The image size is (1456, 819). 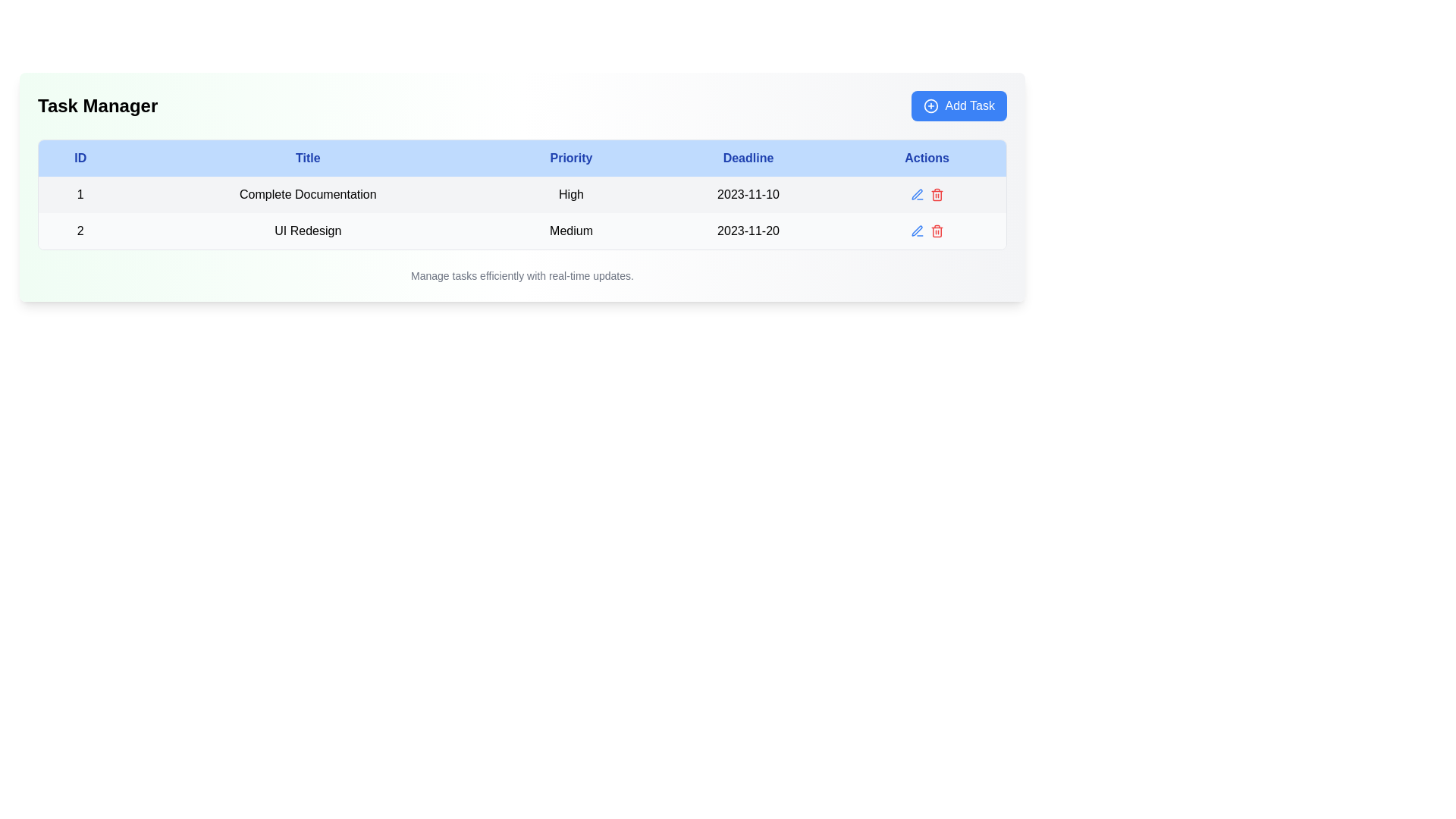 What do you see at coordinates (916, 194) in the screenshot?
I see `the edit button located` at bounding box center [916, 194].